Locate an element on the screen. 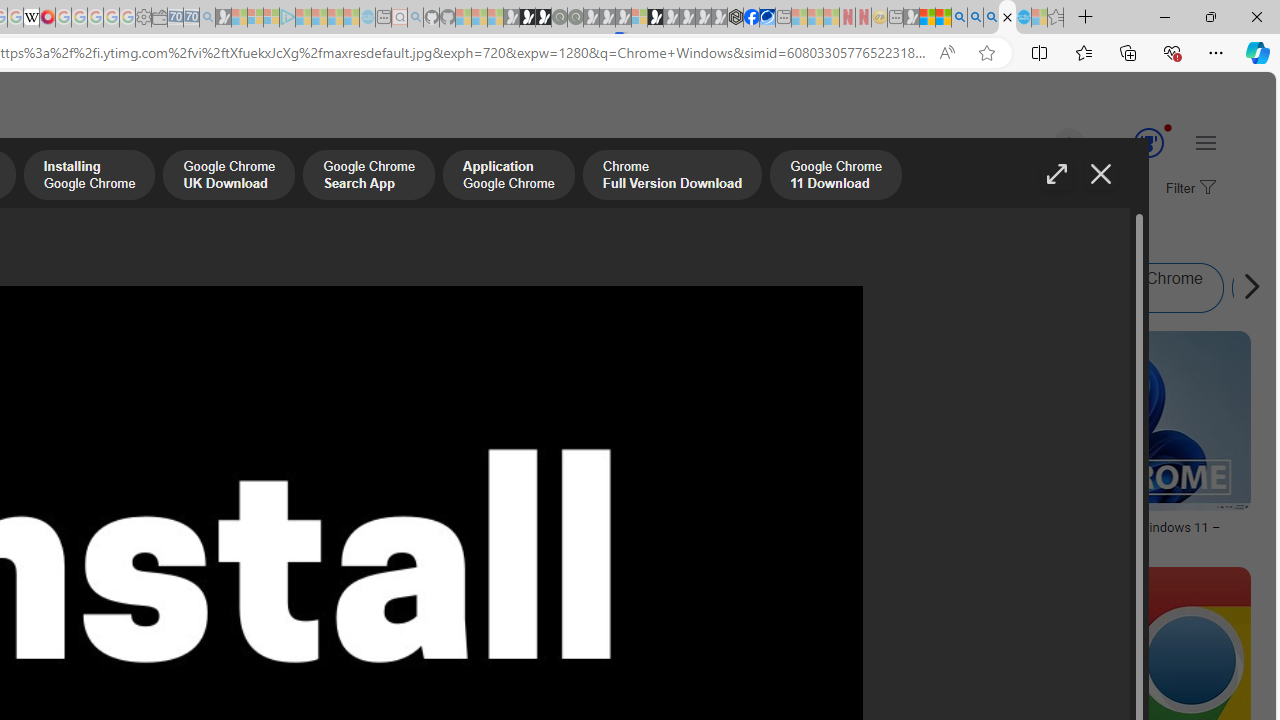 The image size is (1280, 720). 'Settings - Sleeping' is located at coordinates (142, 17).